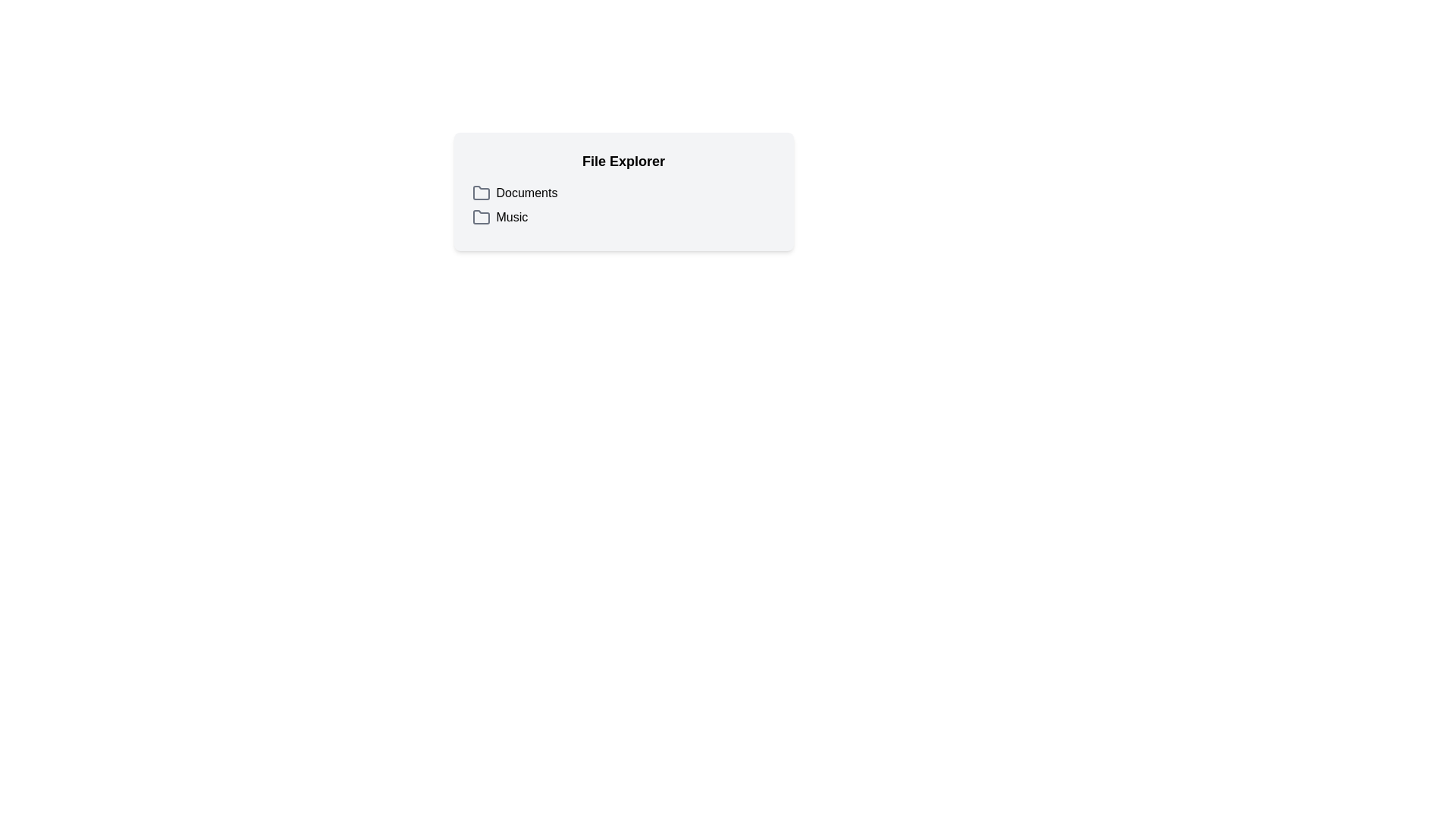 This screenshot has height=819, width=1456. Describe the element at coordinates (512, 217) in the screenshot. I see `the 'Music' text label` at that location.